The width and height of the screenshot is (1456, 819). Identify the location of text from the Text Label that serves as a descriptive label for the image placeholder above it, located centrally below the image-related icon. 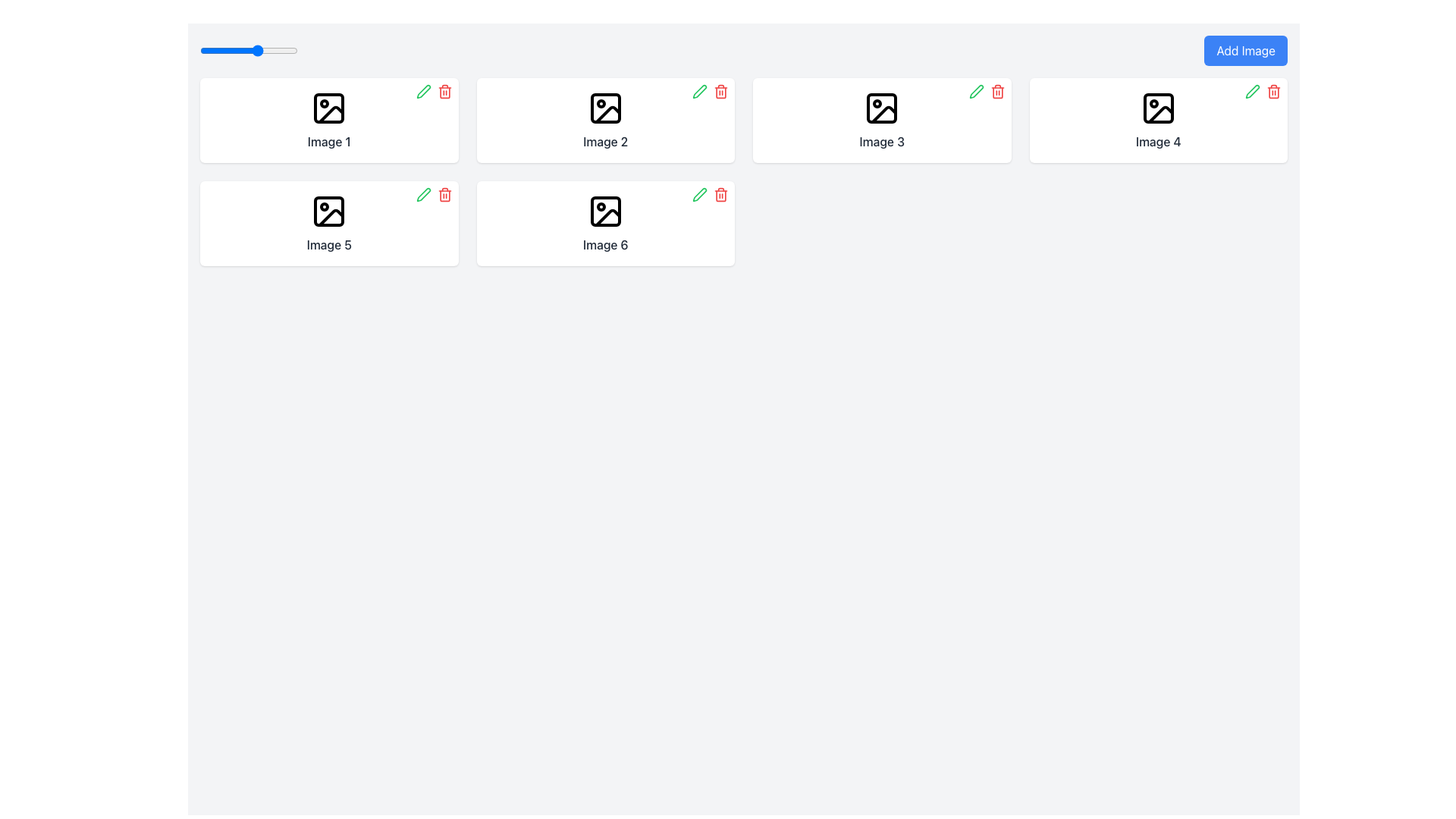
(604, 141).